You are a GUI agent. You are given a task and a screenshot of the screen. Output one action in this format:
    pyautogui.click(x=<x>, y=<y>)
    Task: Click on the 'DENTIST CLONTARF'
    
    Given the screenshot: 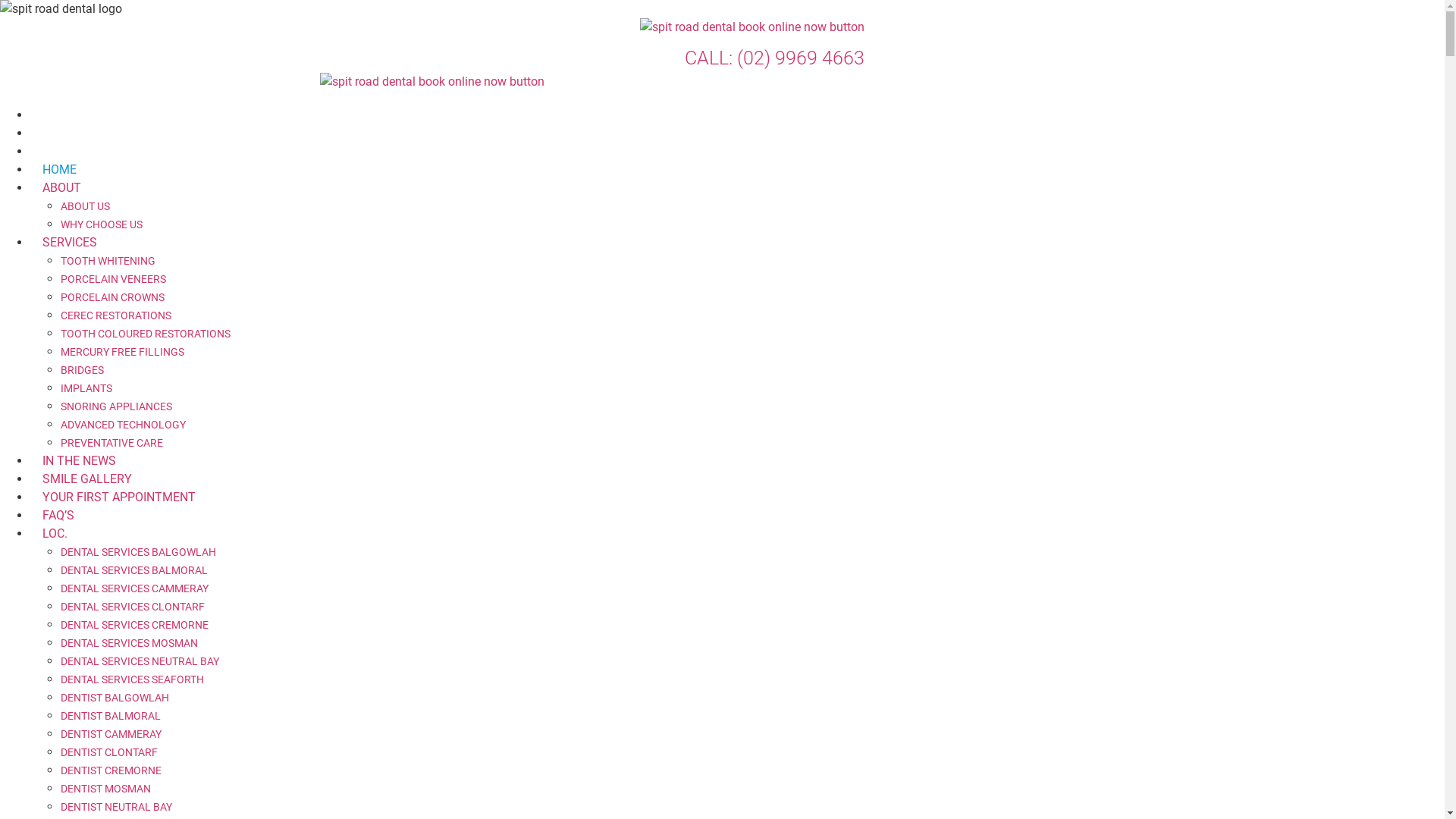 What is the action you would take?
    pyautogui.click(x=108, y=752)
    